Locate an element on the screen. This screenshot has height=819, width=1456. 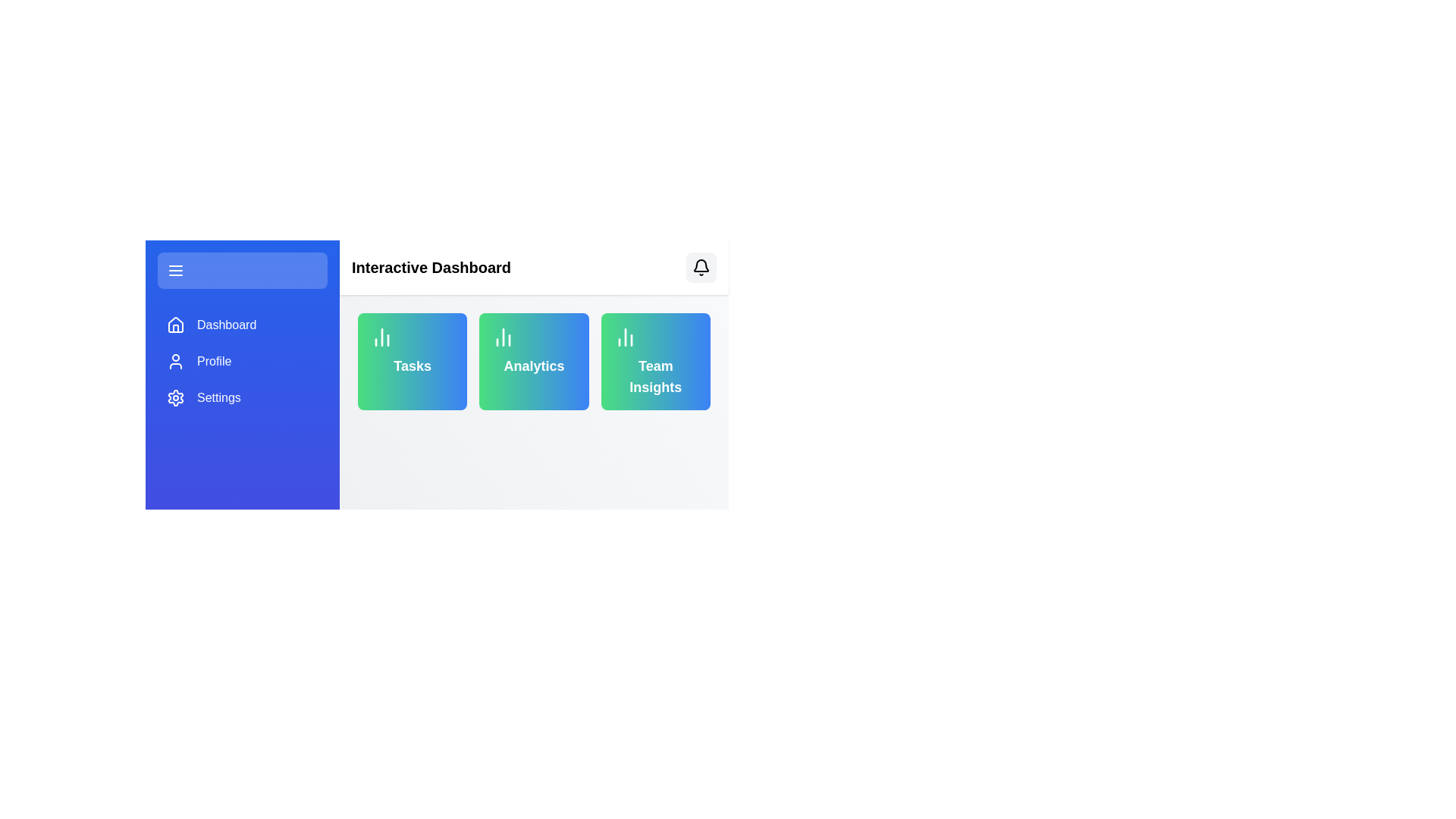
the central composite UI component containing navigation buttons, labels, and informational cards to interact with it is located at coordinates (436, 366).